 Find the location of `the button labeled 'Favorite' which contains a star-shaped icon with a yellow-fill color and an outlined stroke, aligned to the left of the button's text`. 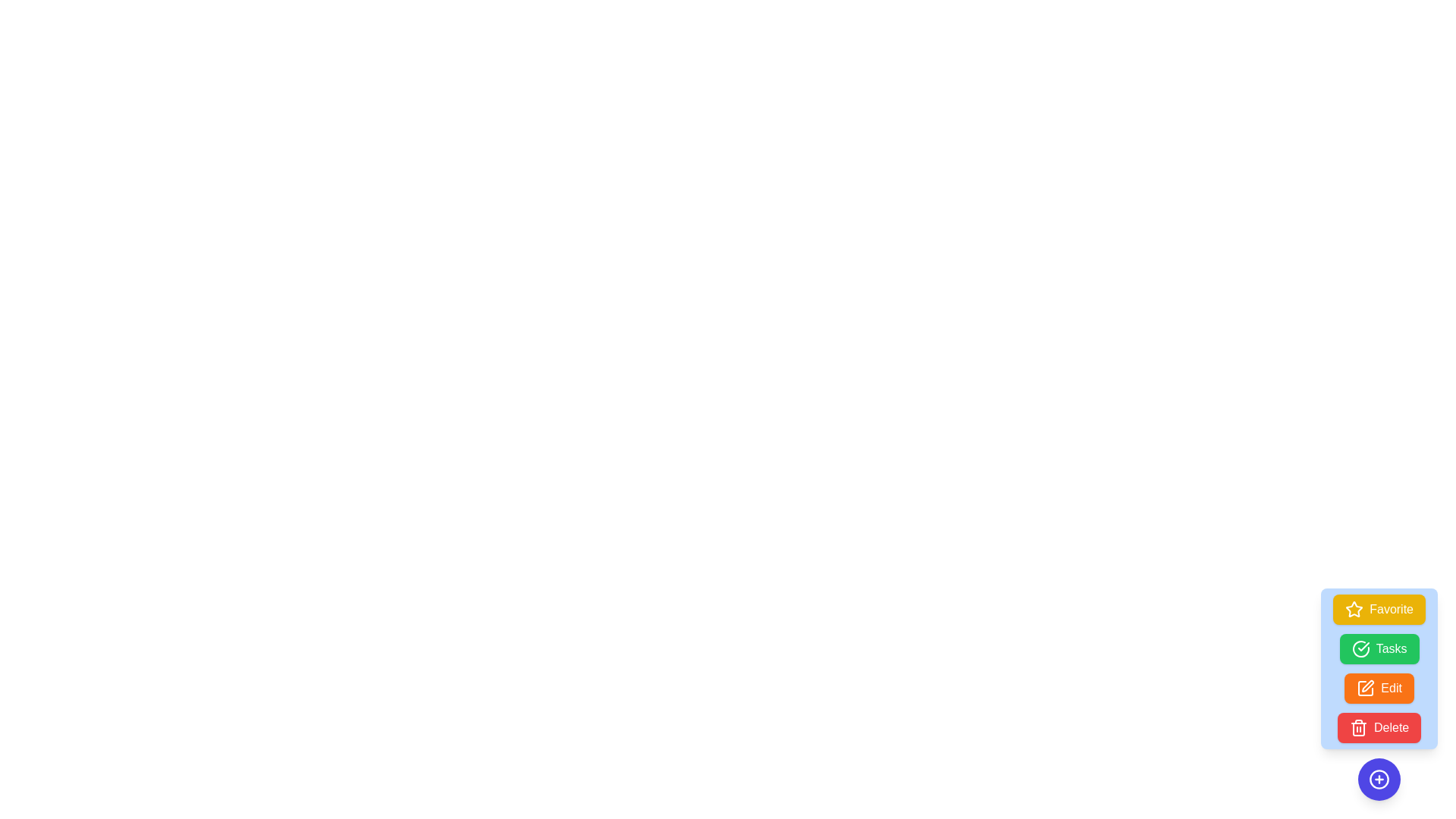

the button labeled 'Favorite' which contains a star-shaped icon with a yellow-fill color and an outlined stroke, aligned to the left of the button's text is located at coordinates (1354, 608).